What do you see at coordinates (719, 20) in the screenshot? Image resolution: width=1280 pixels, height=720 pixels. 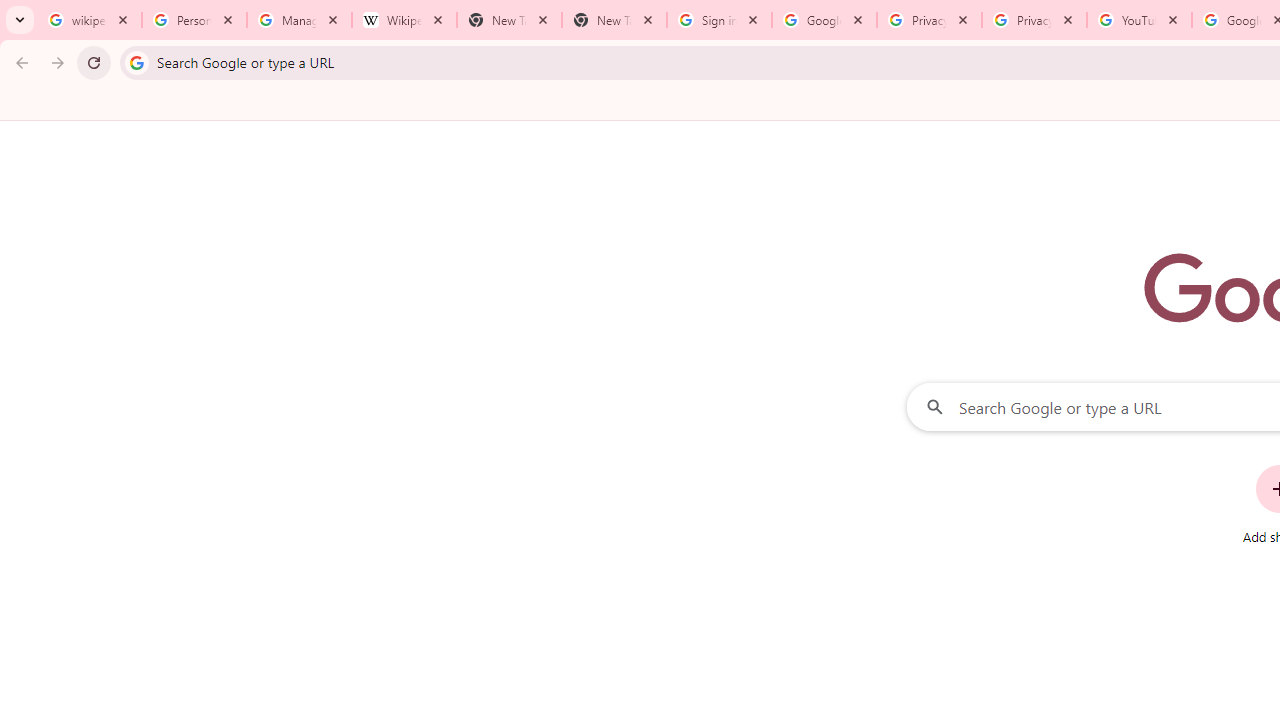 I see `'Sign in - Google Accounts'` at bounding box center [719, 20].